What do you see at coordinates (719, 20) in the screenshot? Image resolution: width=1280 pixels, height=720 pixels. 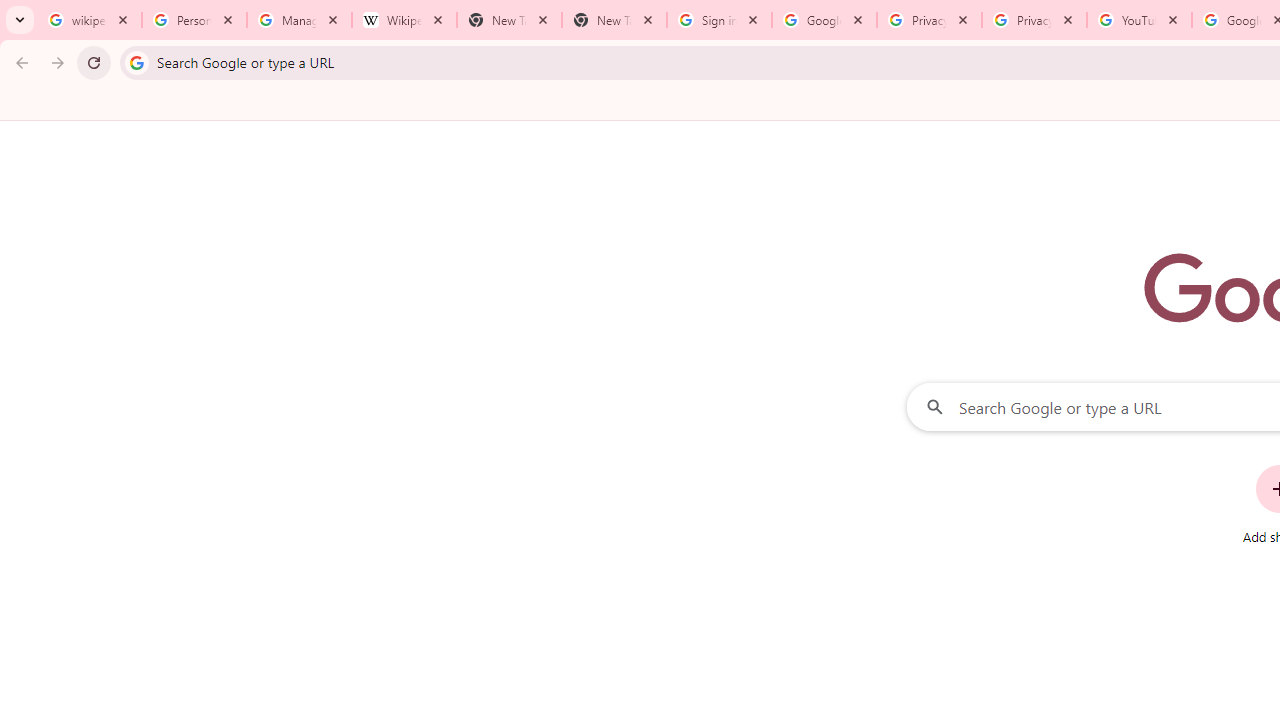 I see `'Sign in - Google Accounts'` at bounding box center [719, 20].